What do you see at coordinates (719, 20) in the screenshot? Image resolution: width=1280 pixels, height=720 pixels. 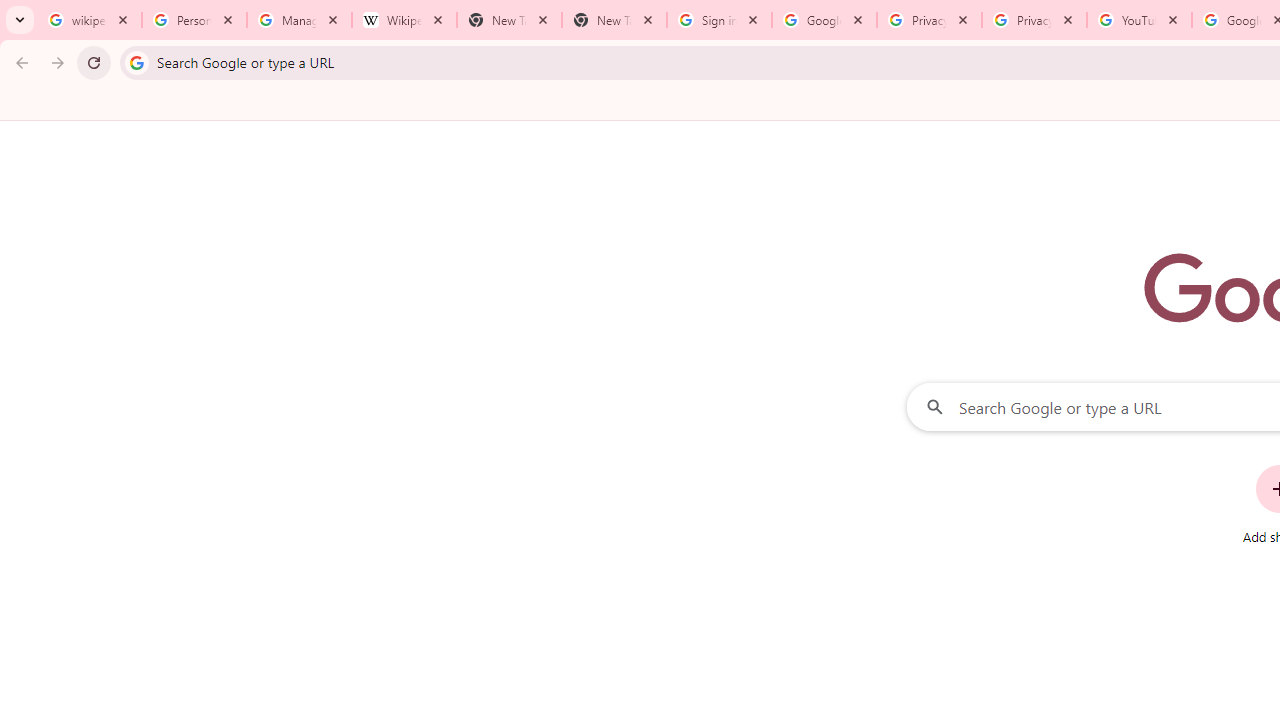 I see `'Sign in - Google Accounts'` at bounding box center [719, 20].